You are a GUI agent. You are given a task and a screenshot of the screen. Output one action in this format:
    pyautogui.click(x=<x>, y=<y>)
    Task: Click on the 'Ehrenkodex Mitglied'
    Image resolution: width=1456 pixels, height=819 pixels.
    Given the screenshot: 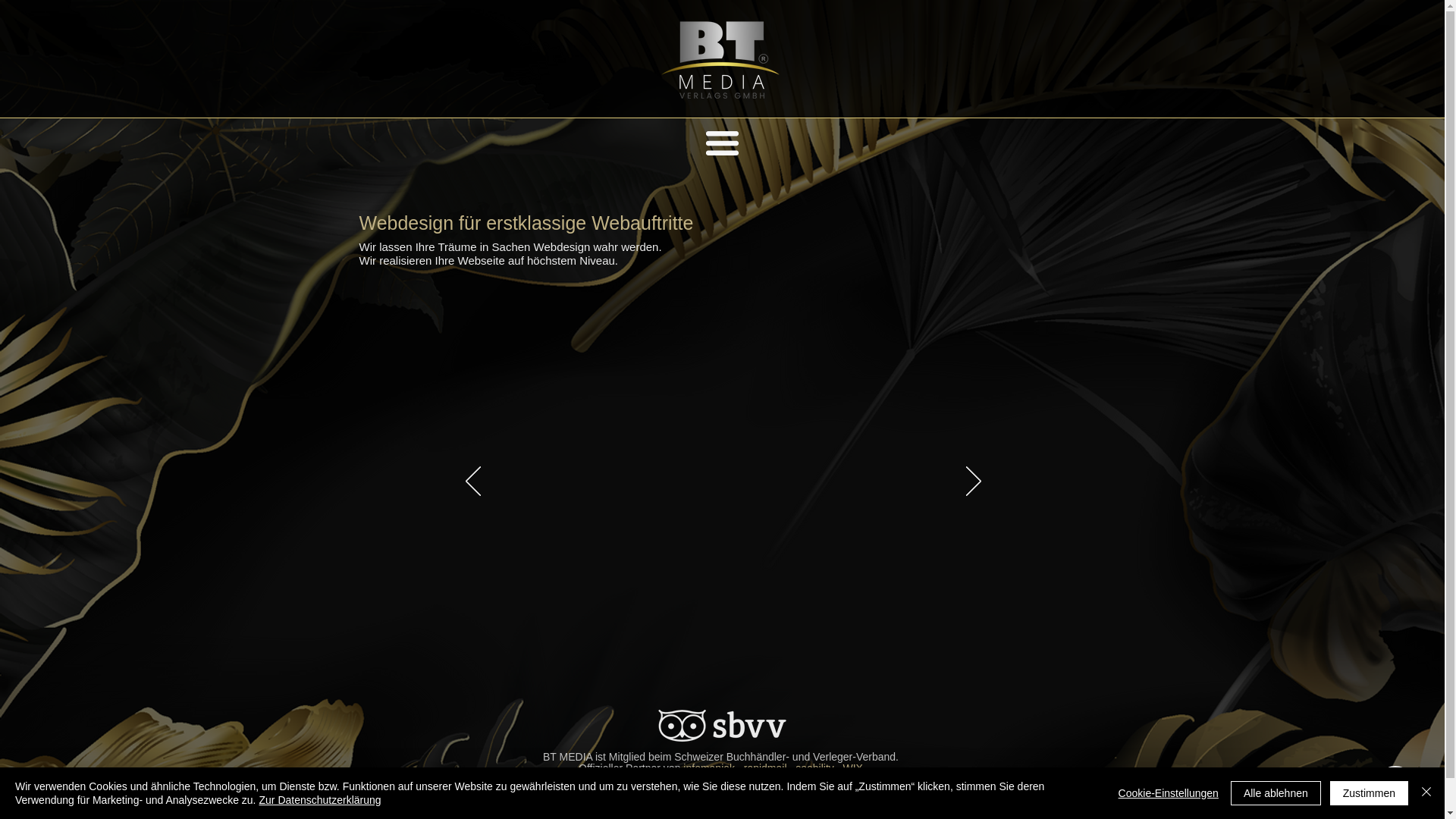 What is the action you would take?
    pyautogui.click(x=733, y=780)
    